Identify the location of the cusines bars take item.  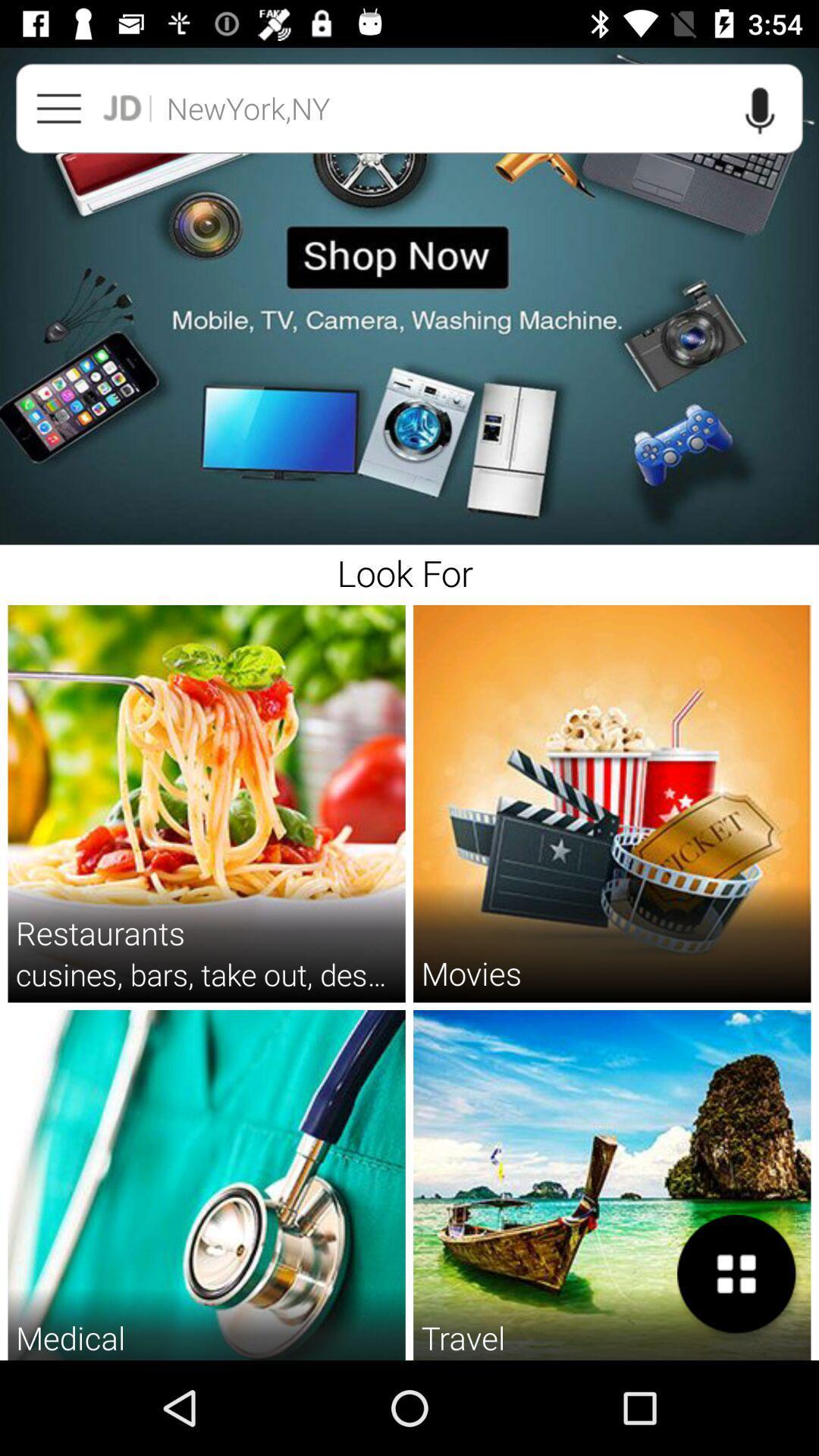
(206, 974).